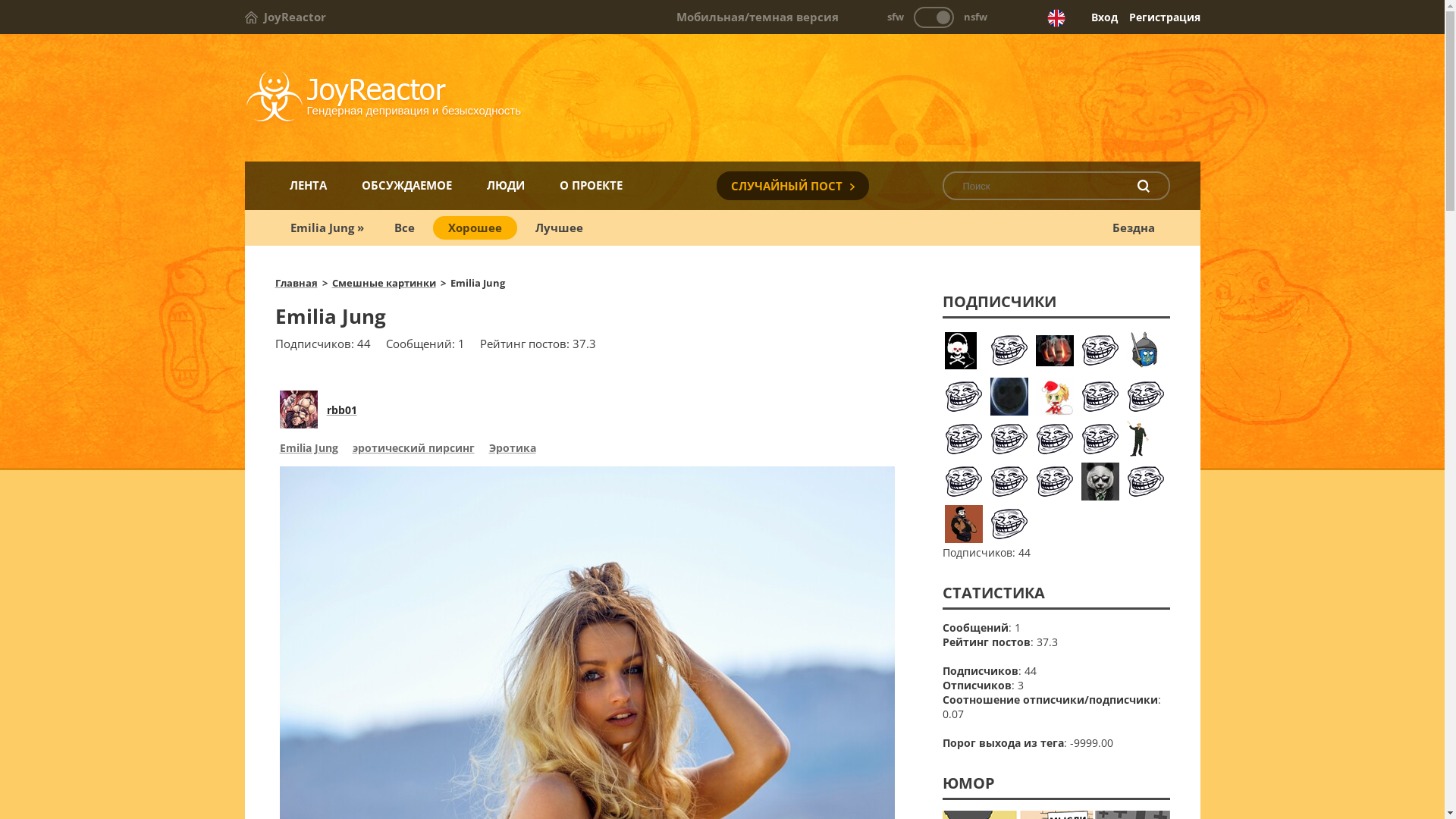  Describe the element at coordinates (284, 17) in the screenshot. I see `'JoyReactor'` at that location.